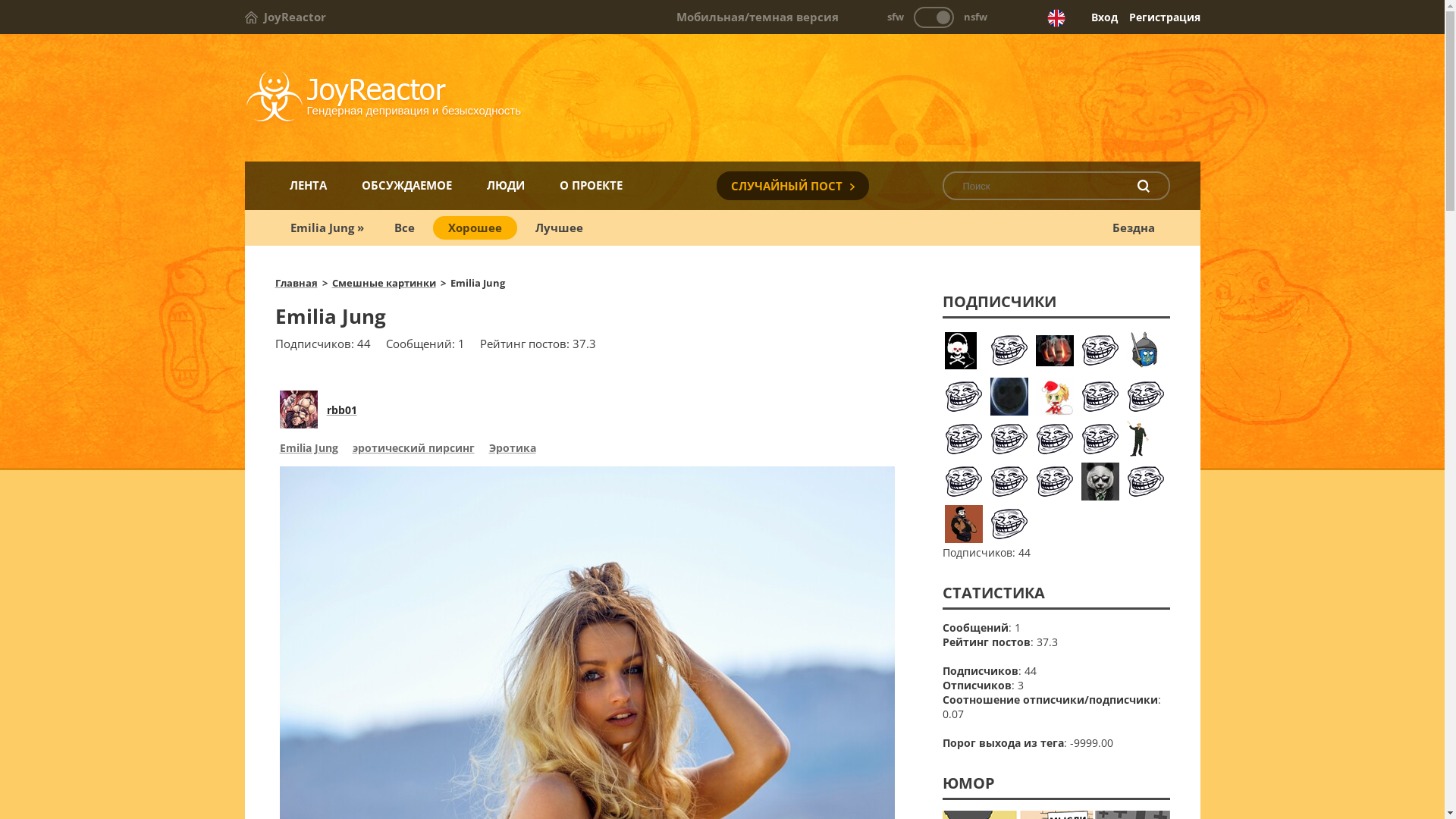  Describe the element at coordinates (284, 17) in the screenshot. I see `'JoyReactor'` at that location.